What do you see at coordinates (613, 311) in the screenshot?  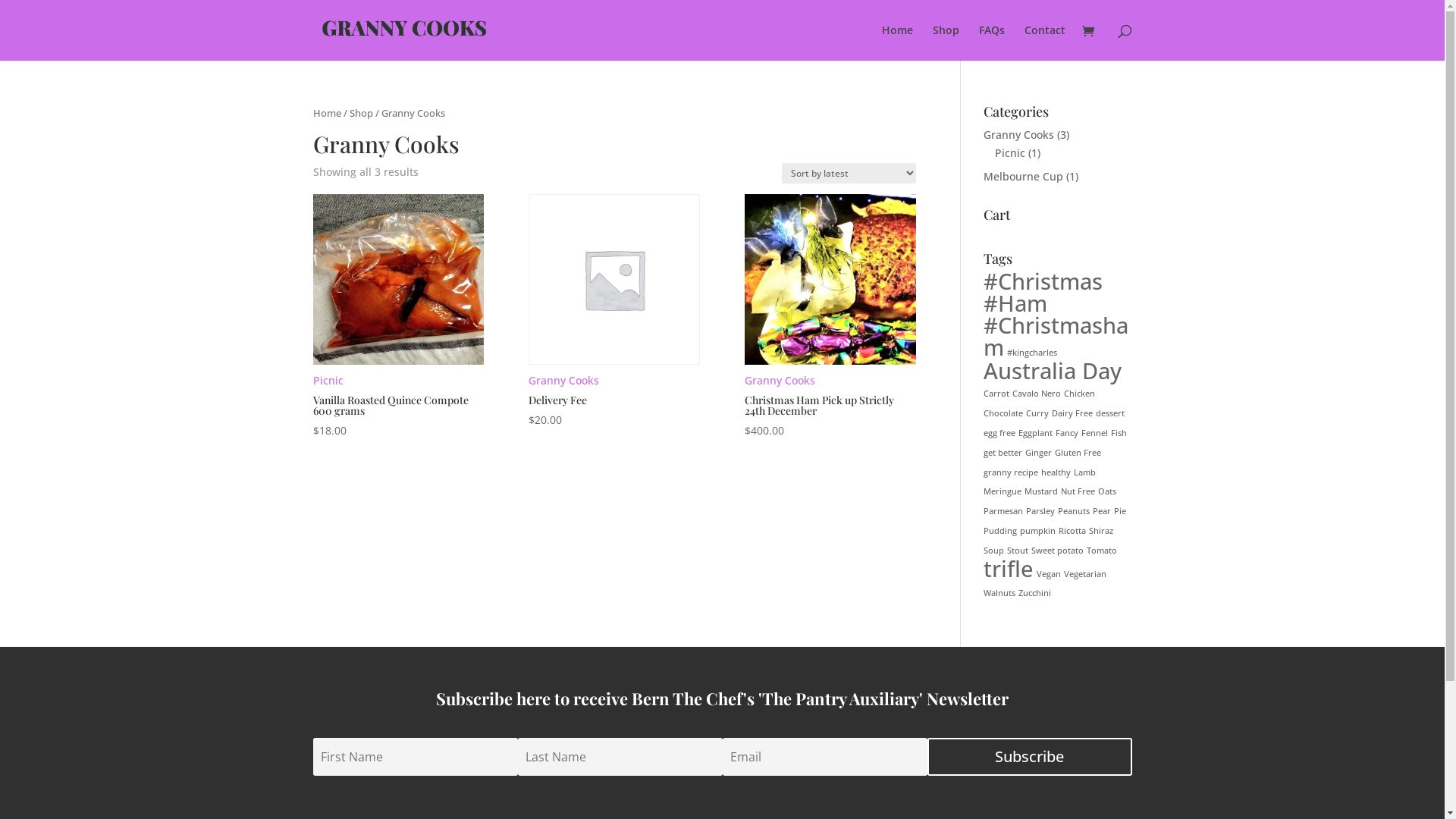 I see `'Granny Cooks` at bounding box center [613, 311].